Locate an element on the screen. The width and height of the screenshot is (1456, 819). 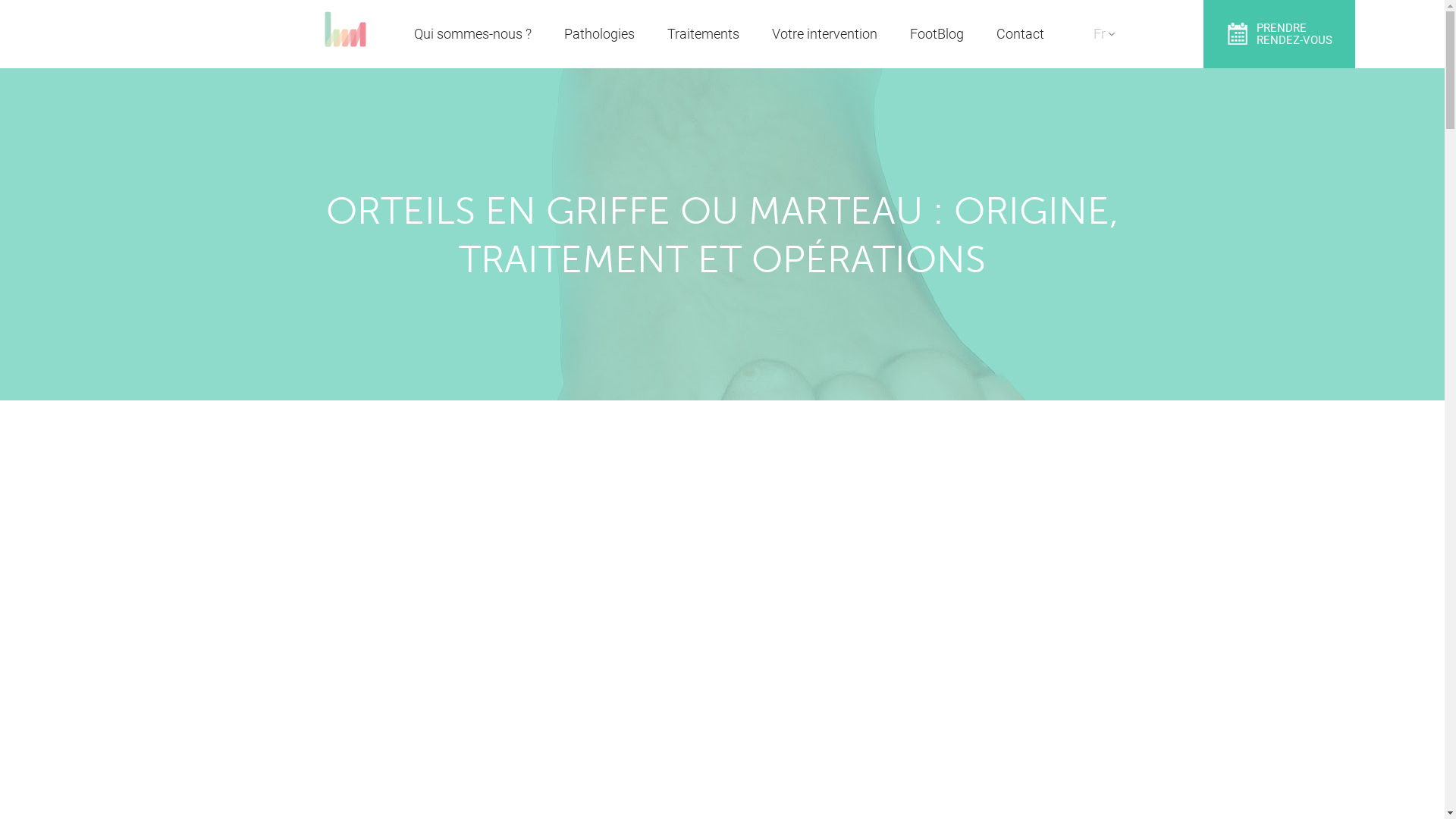
'FootBlog' is located at coordinates (936, 34).